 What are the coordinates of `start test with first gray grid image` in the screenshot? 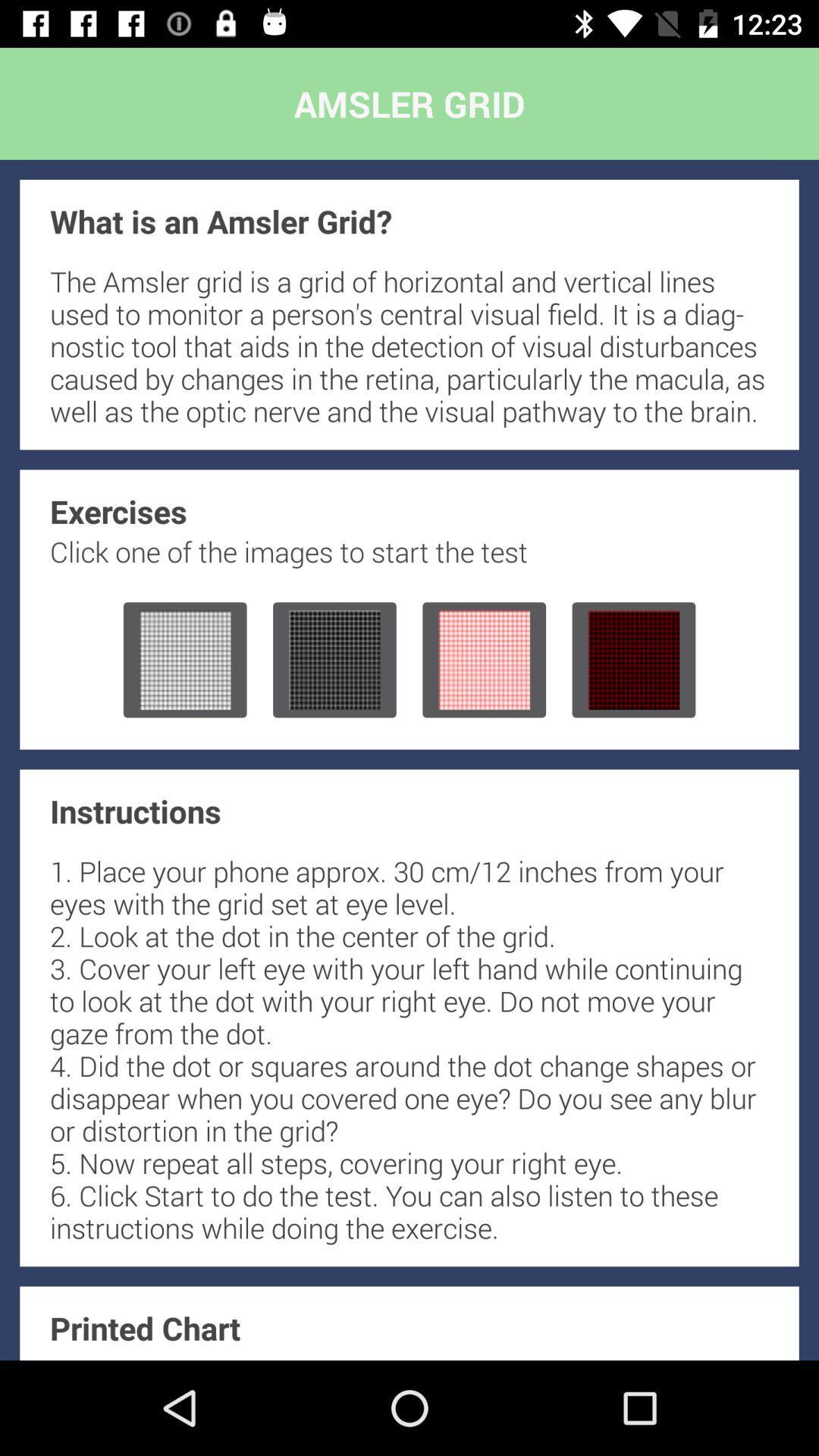 It's located at (184, 660).